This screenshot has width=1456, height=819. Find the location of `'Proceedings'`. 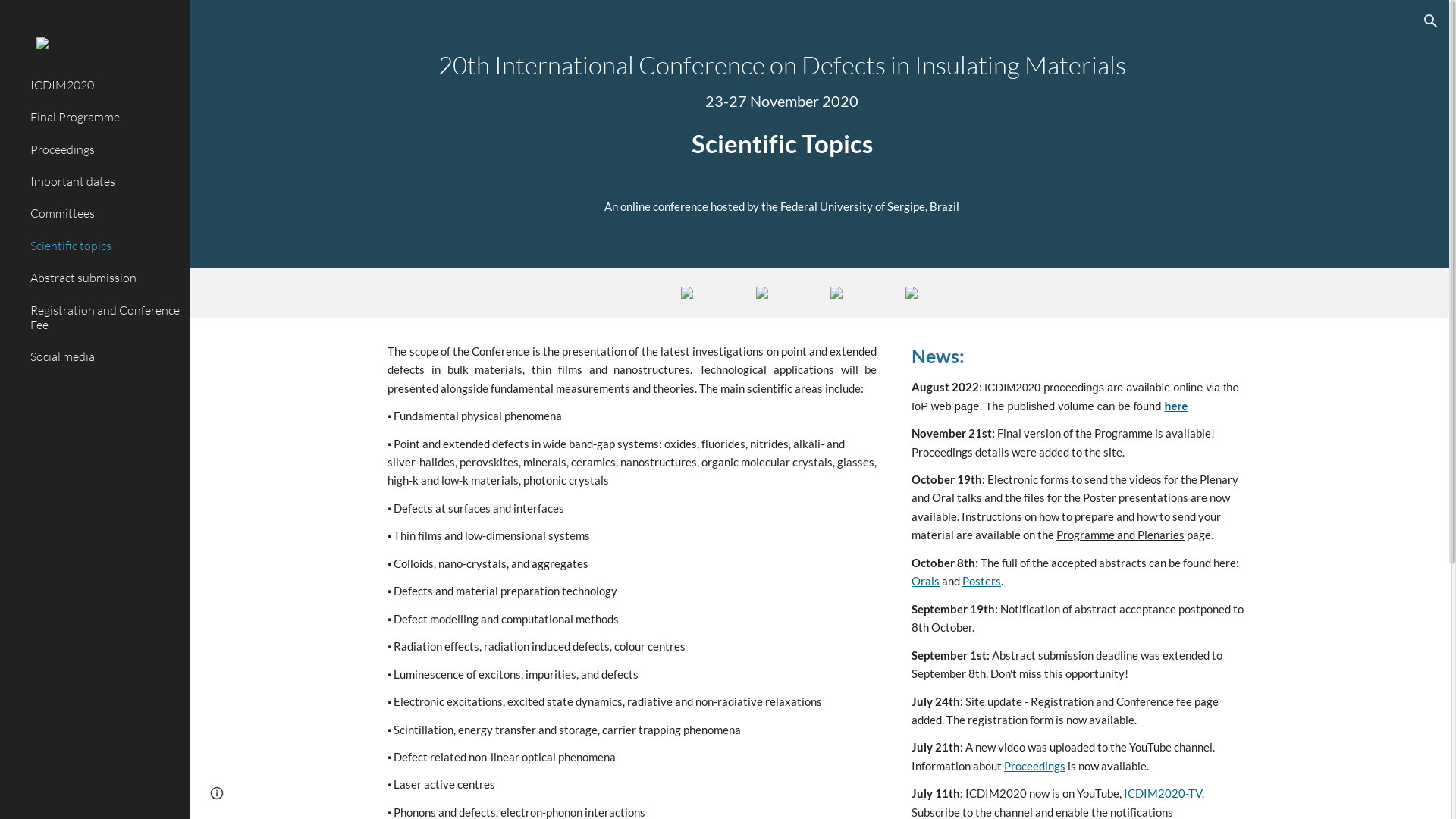

'Proceedings' is located at coordinates (1034, 766).